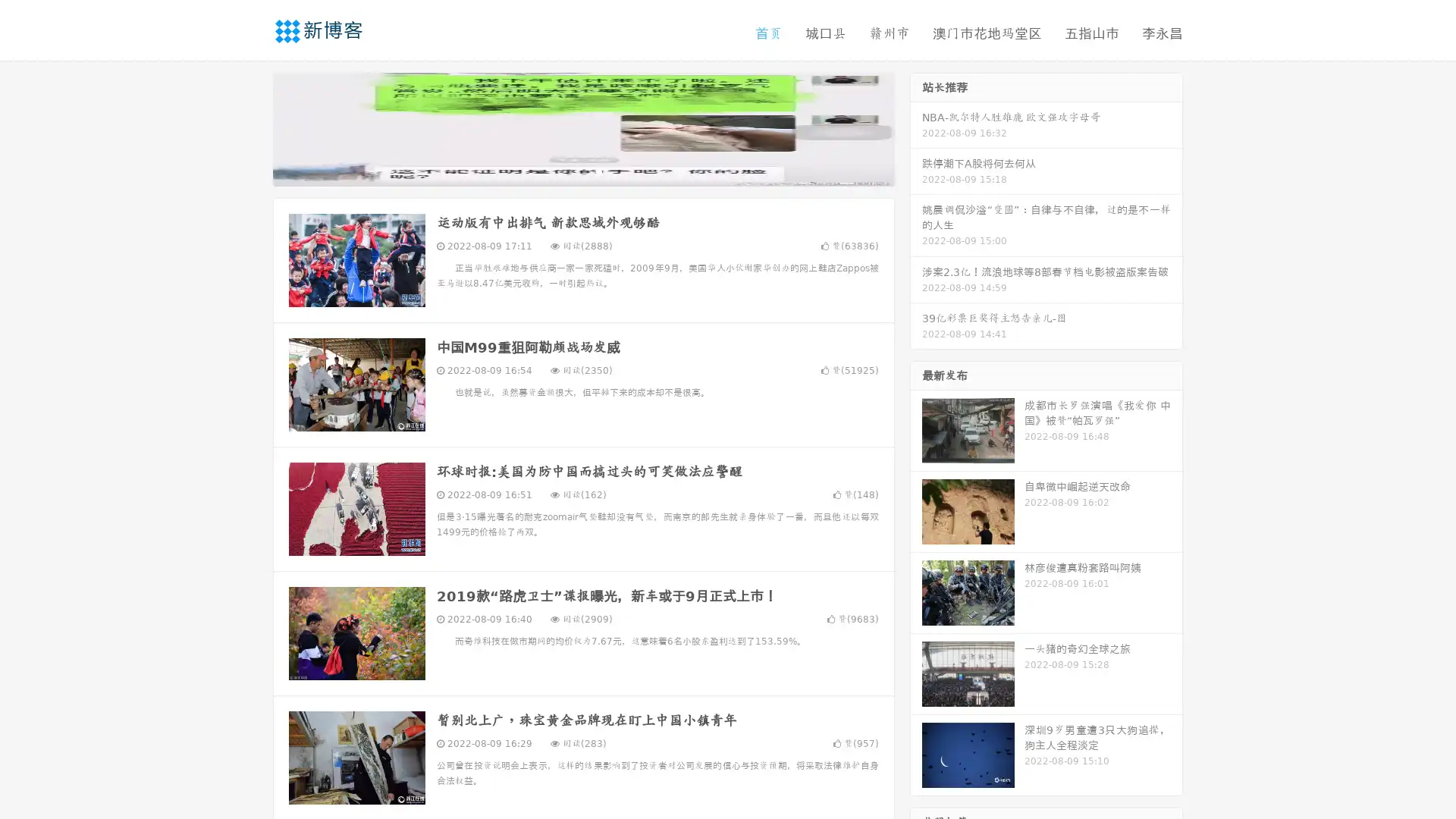 Image resolution: width=1456 pixels, height=819 pixels. Describe the element at coordinates (916, 127) in the screenshot. I see `Next slide` at that location.